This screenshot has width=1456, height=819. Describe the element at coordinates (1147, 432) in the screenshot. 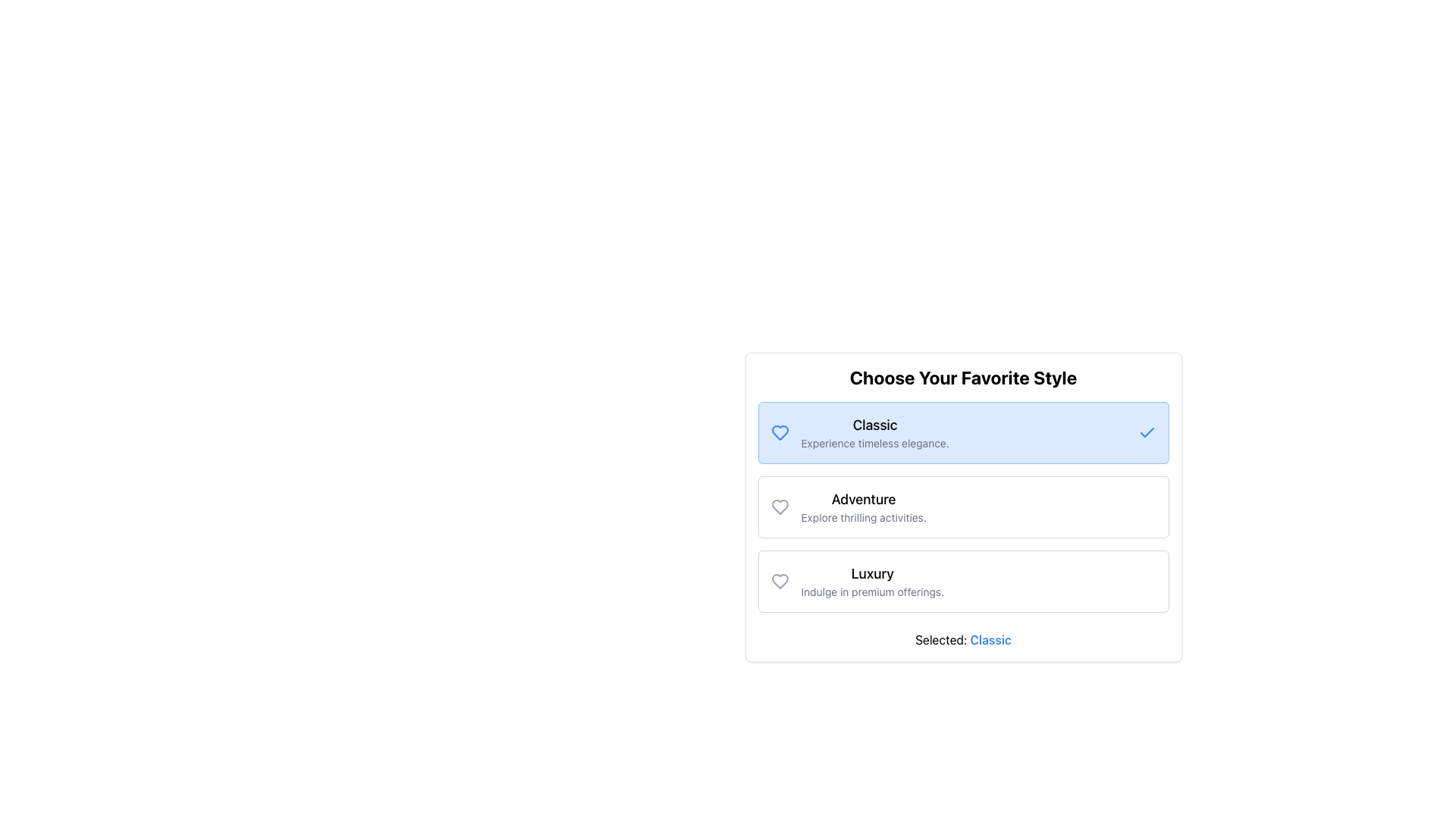

I see `the selection indicator icon located in the upper-right region of the 'Classic' card to confirm the selection status` at that location.